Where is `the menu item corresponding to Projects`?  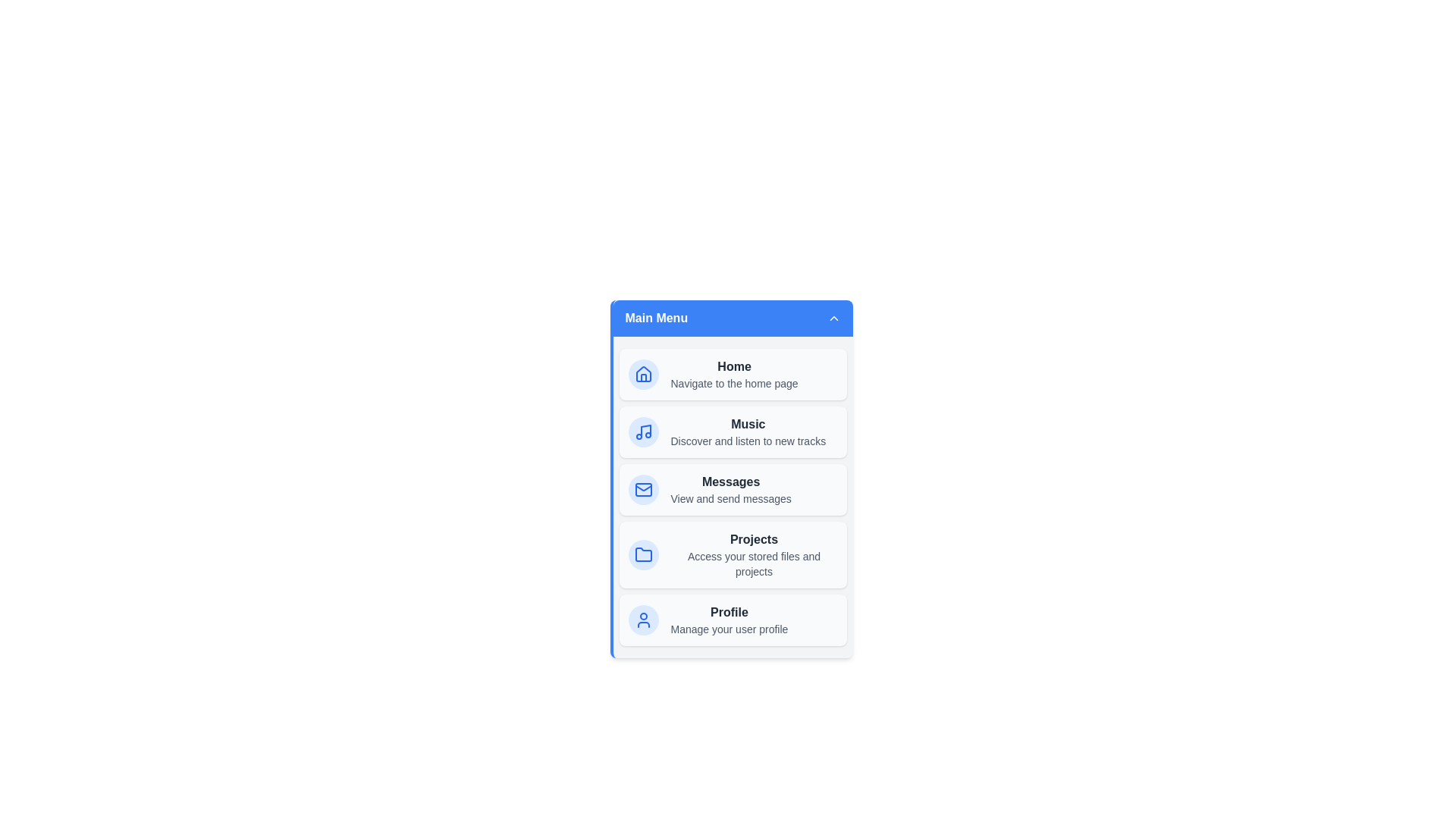
the menu item corresponding to Projects is located at coordinates (733, 555).